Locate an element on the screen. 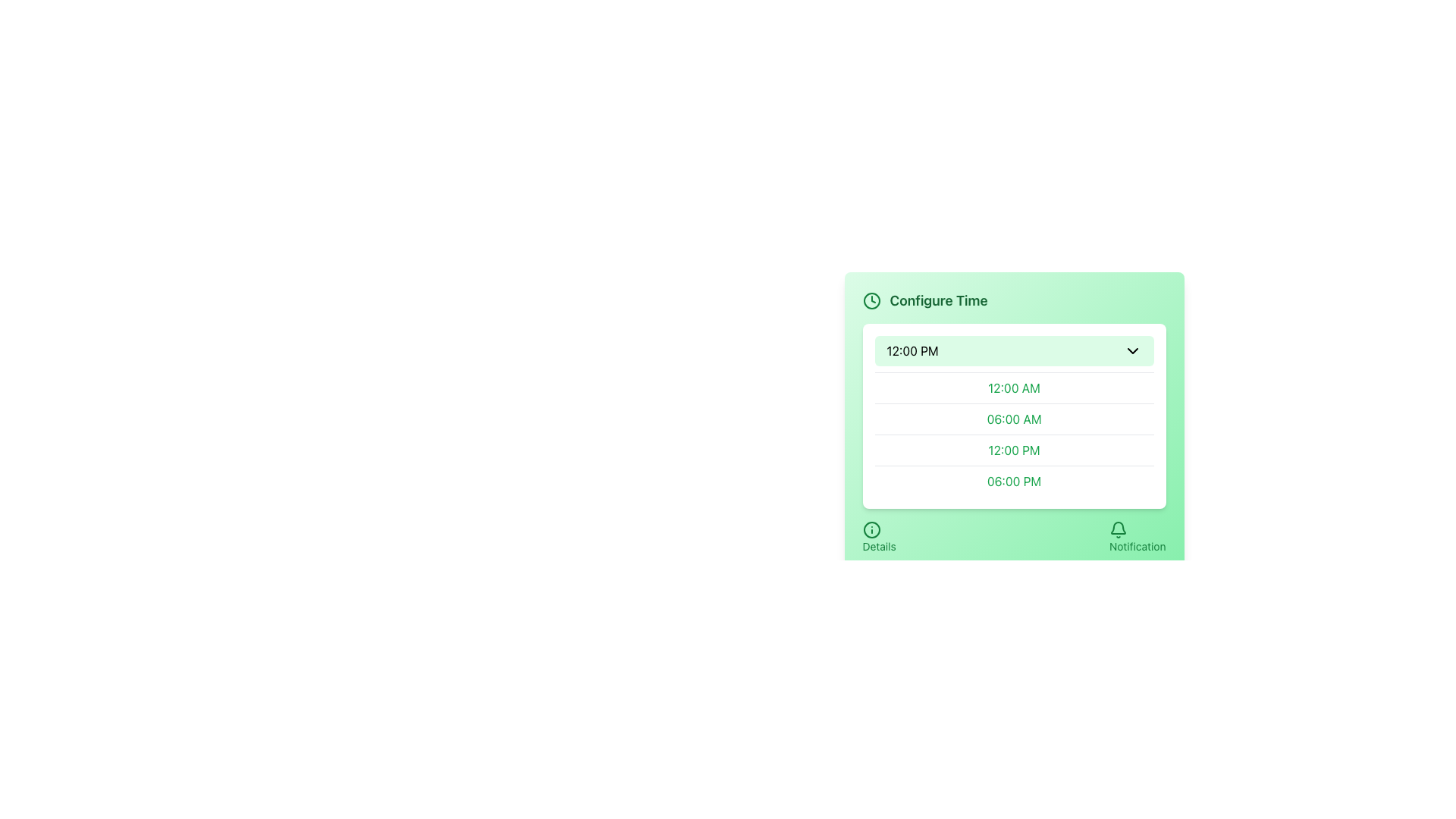 The image size is (1456, 819). the downwards-pointing chevron icon located adjacent to the right edge of the '12:00 PM' text in the pale green 'Configure Time' card is located at coordinates (1132, 350).